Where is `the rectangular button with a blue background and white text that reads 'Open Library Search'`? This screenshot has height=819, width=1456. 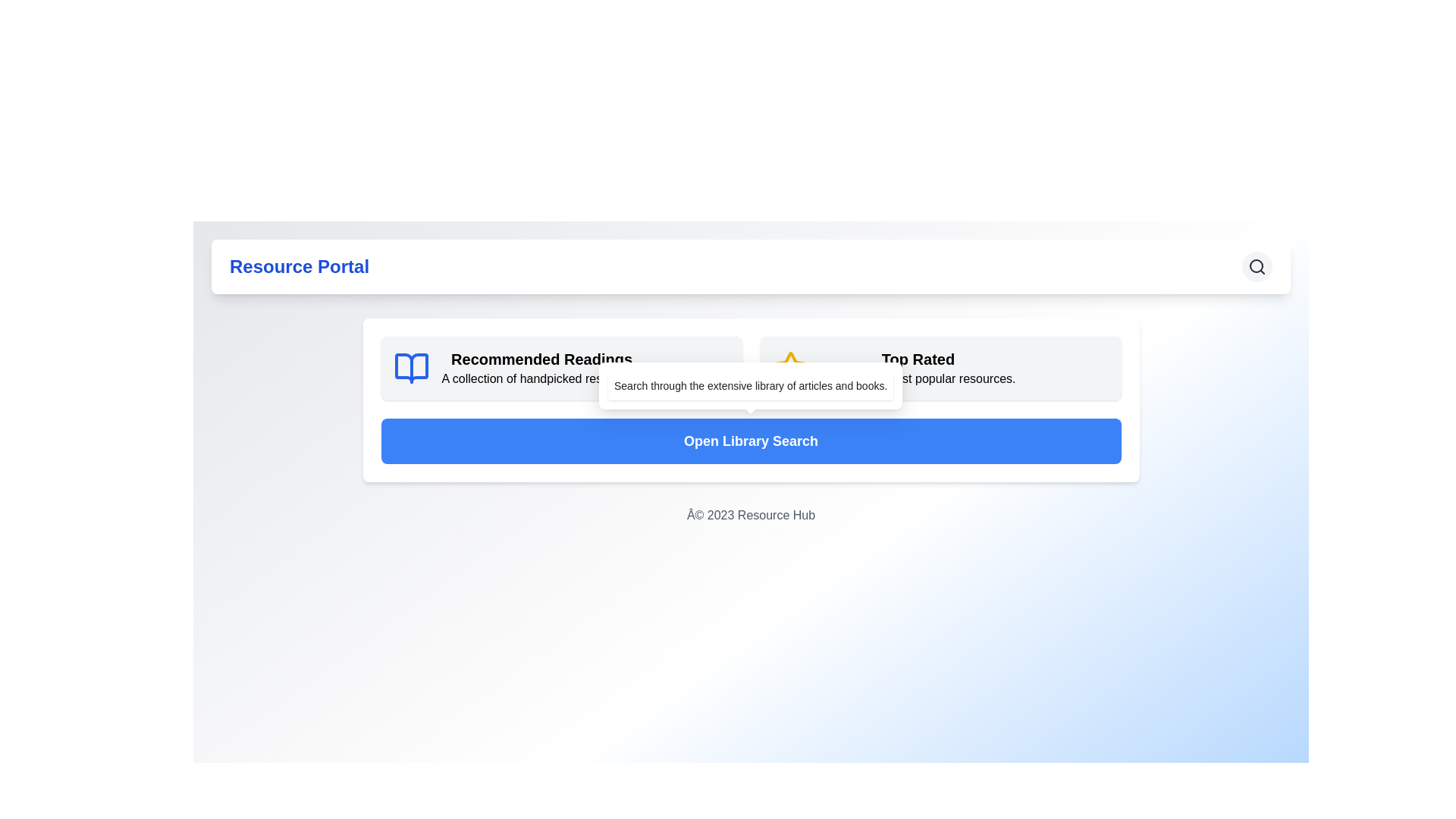
the rectangular button with a blue background and white text that reads 'Open Library Search' is located at coordinates (751, 441).